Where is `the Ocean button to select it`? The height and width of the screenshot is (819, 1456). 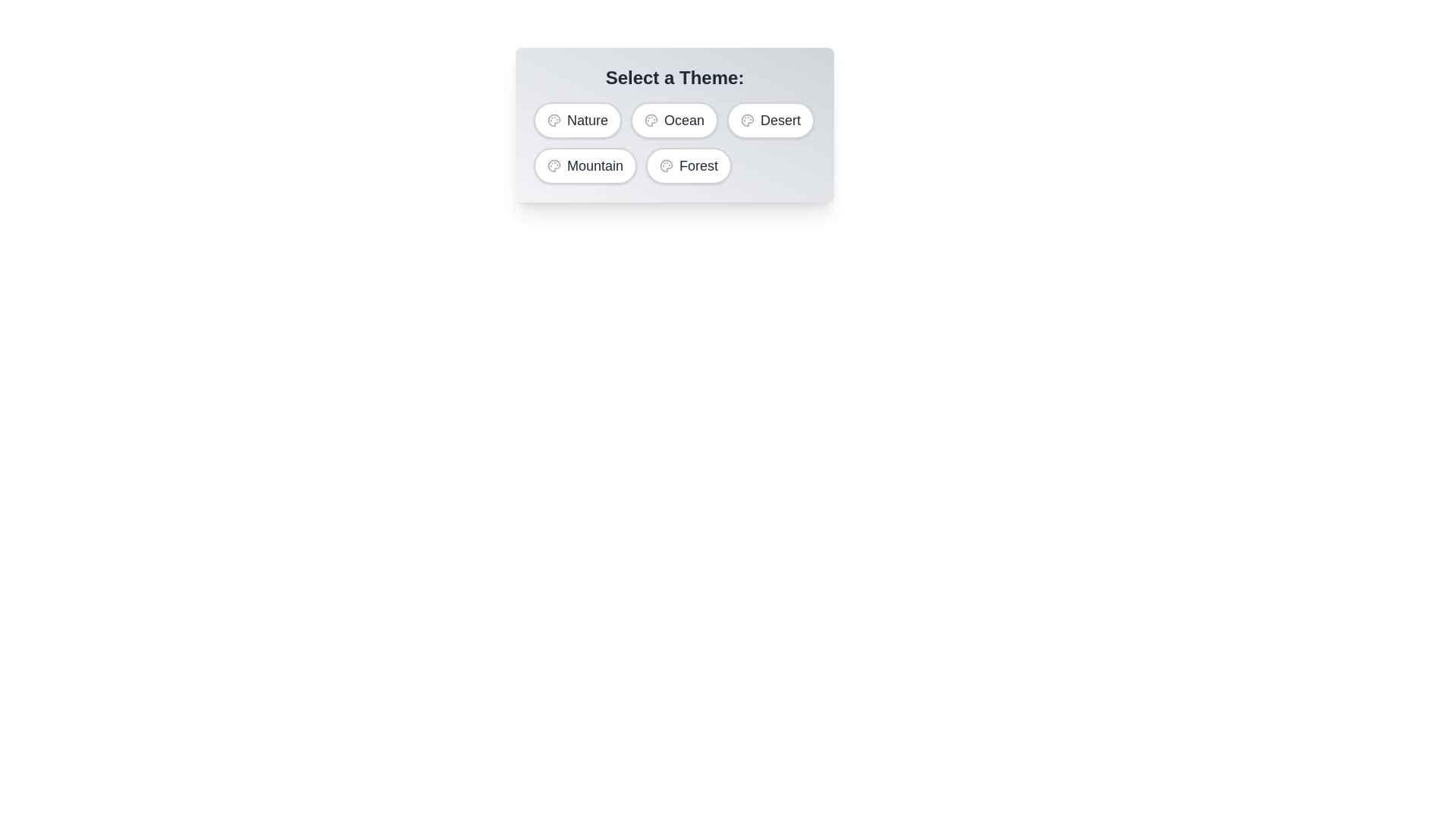 the Ocean button to select it is located at coordinates (673, 119).